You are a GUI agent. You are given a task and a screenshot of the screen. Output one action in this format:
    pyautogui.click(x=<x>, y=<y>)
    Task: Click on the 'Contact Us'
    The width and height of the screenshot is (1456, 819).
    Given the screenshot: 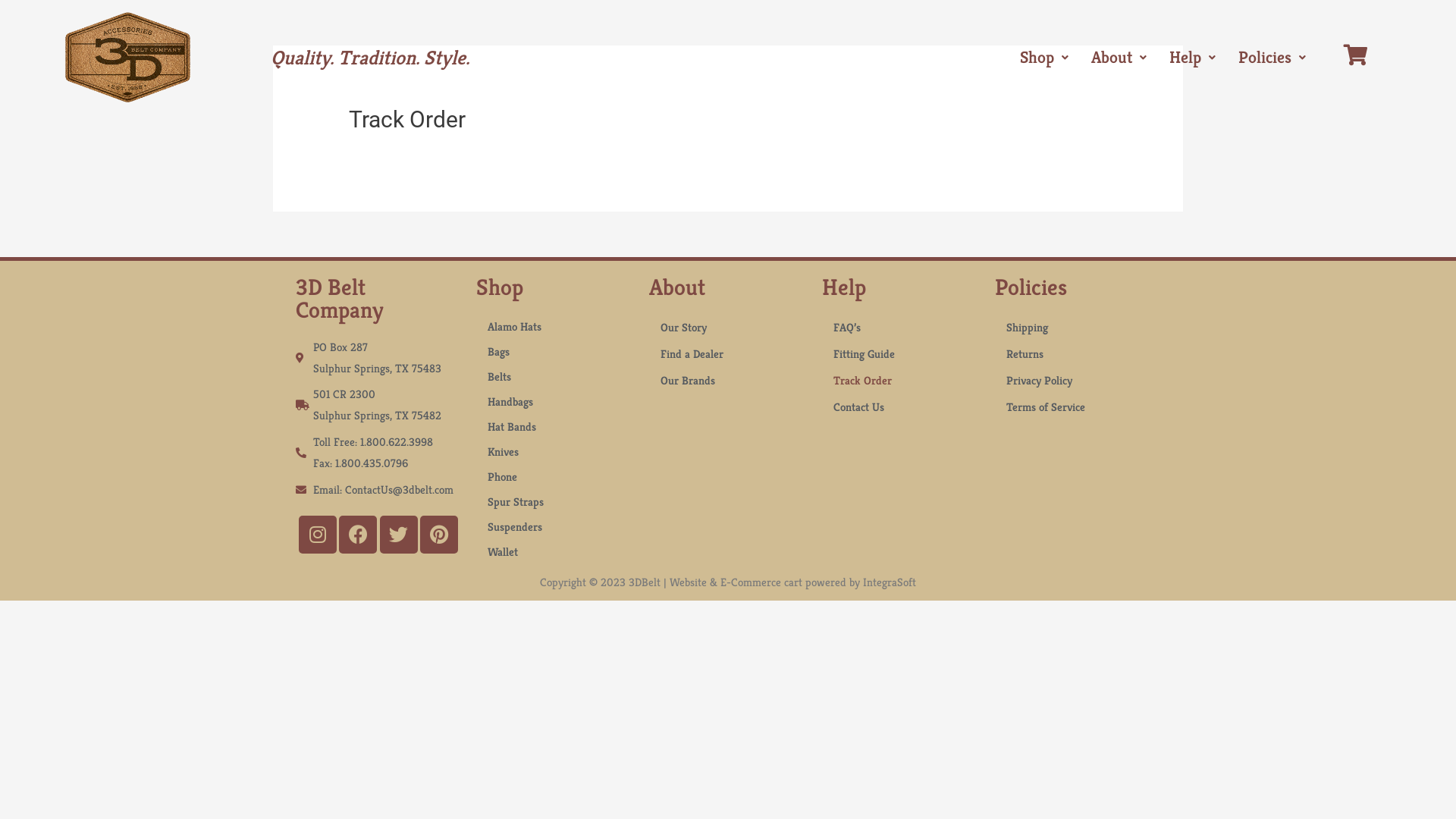 What is the action you would take?
    pyautogui.click(x=901, y=406)
    